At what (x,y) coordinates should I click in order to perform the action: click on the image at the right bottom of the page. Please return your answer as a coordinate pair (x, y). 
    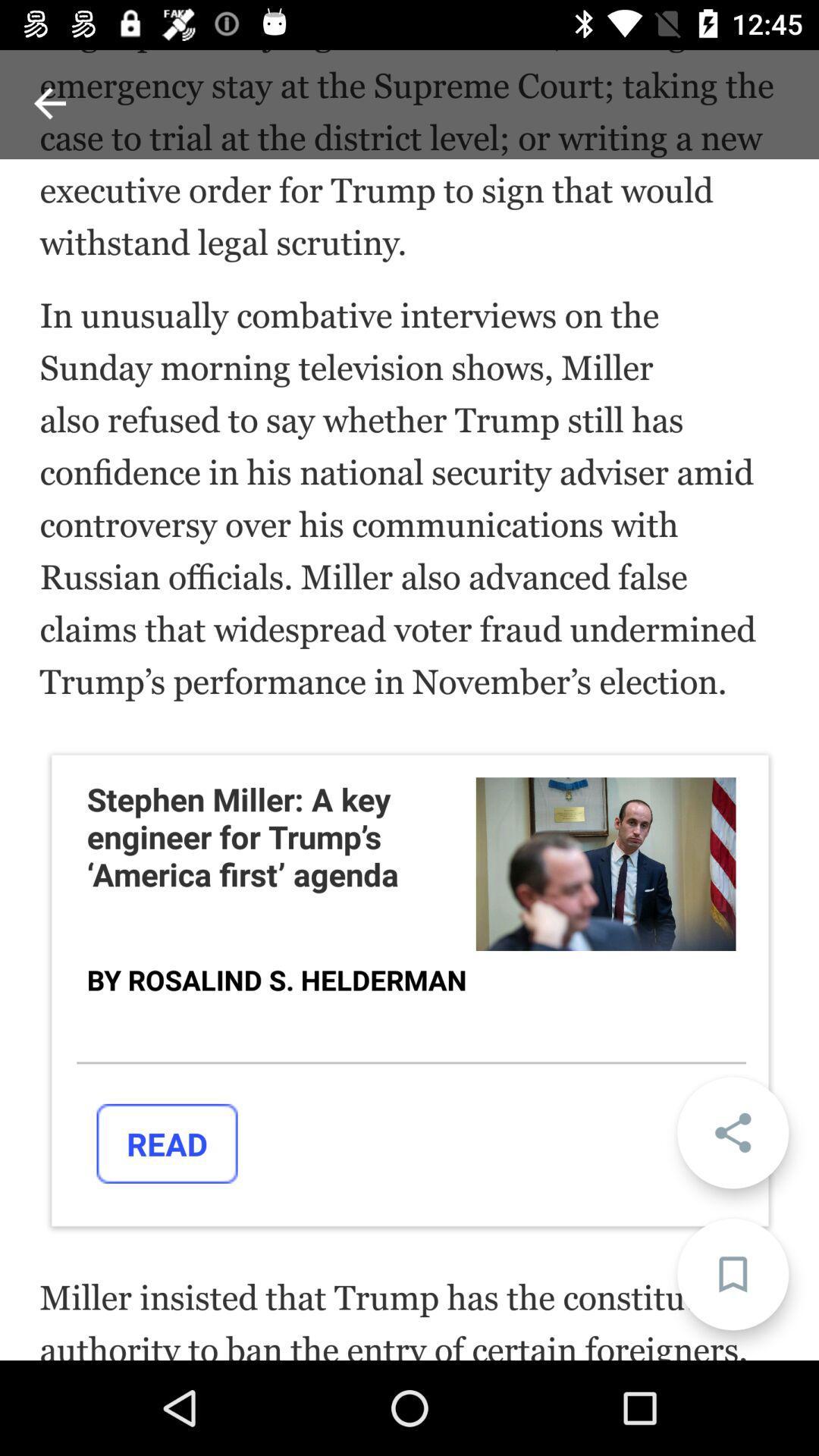
    Looking at the image, I should click on (605, 864).